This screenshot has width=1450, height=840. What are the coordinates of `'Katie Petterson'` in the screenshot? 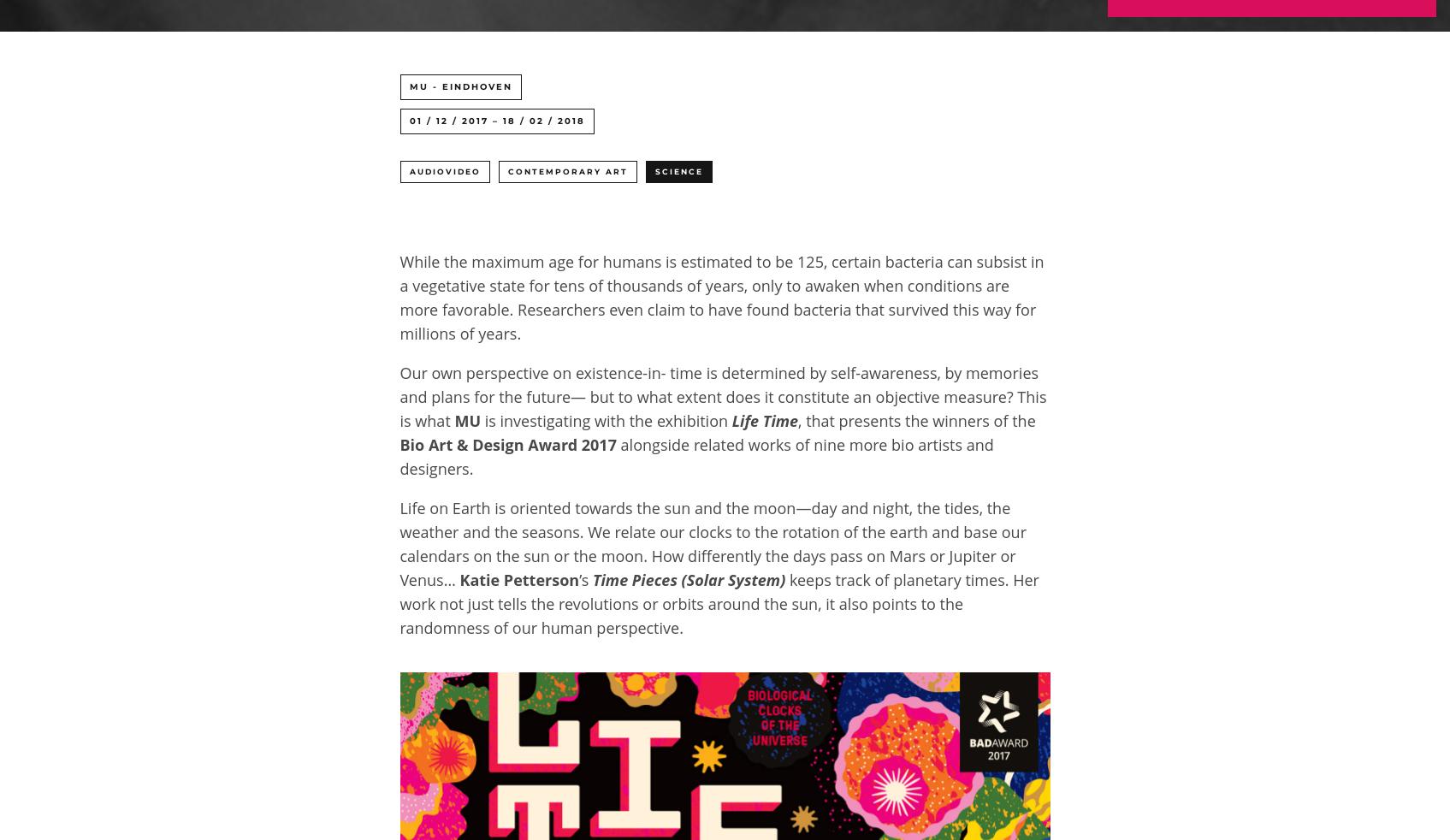 It's located at (455, 579).